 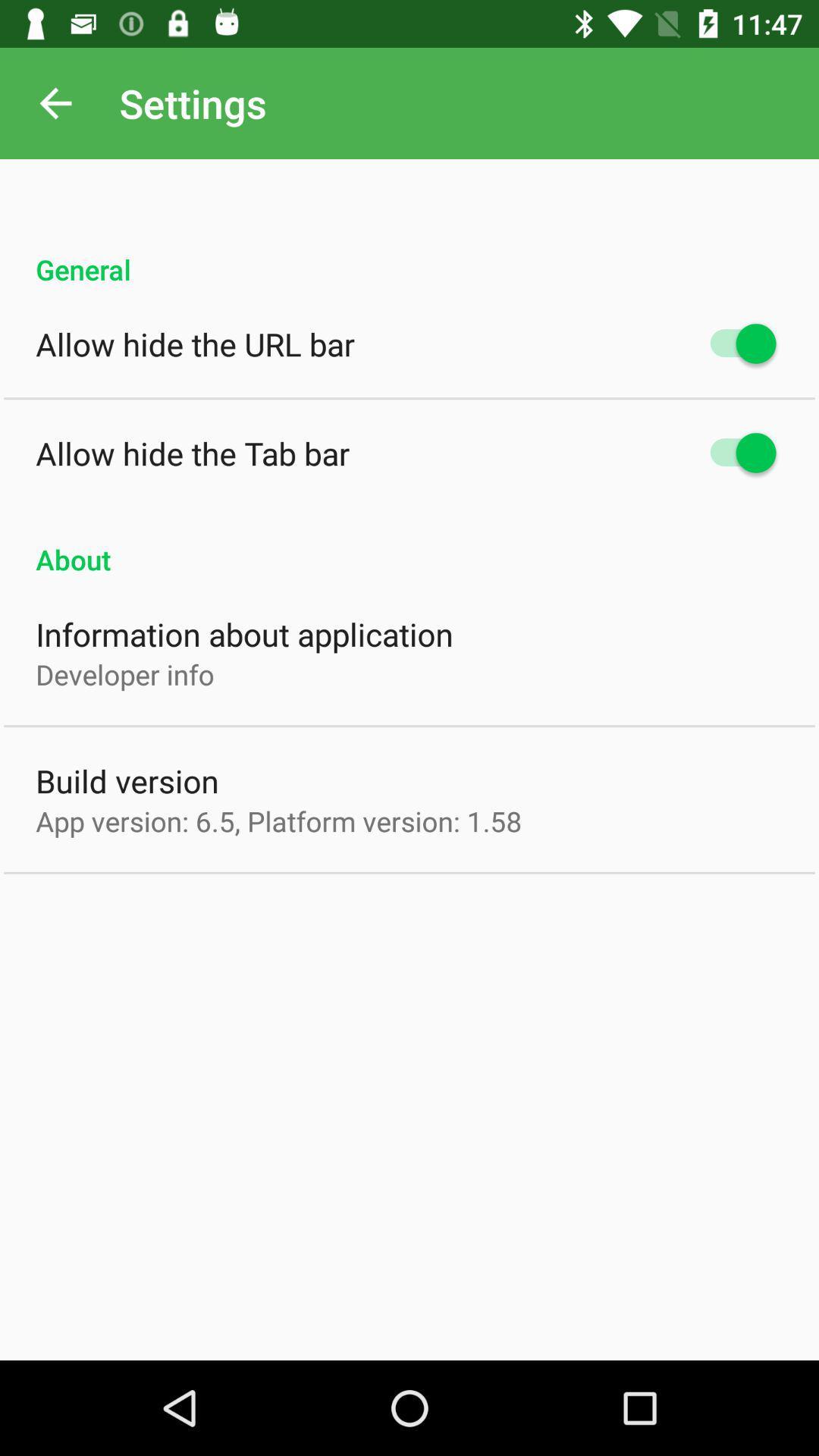 I want to click on the app version 6 icon, so click(x=278, y=821).